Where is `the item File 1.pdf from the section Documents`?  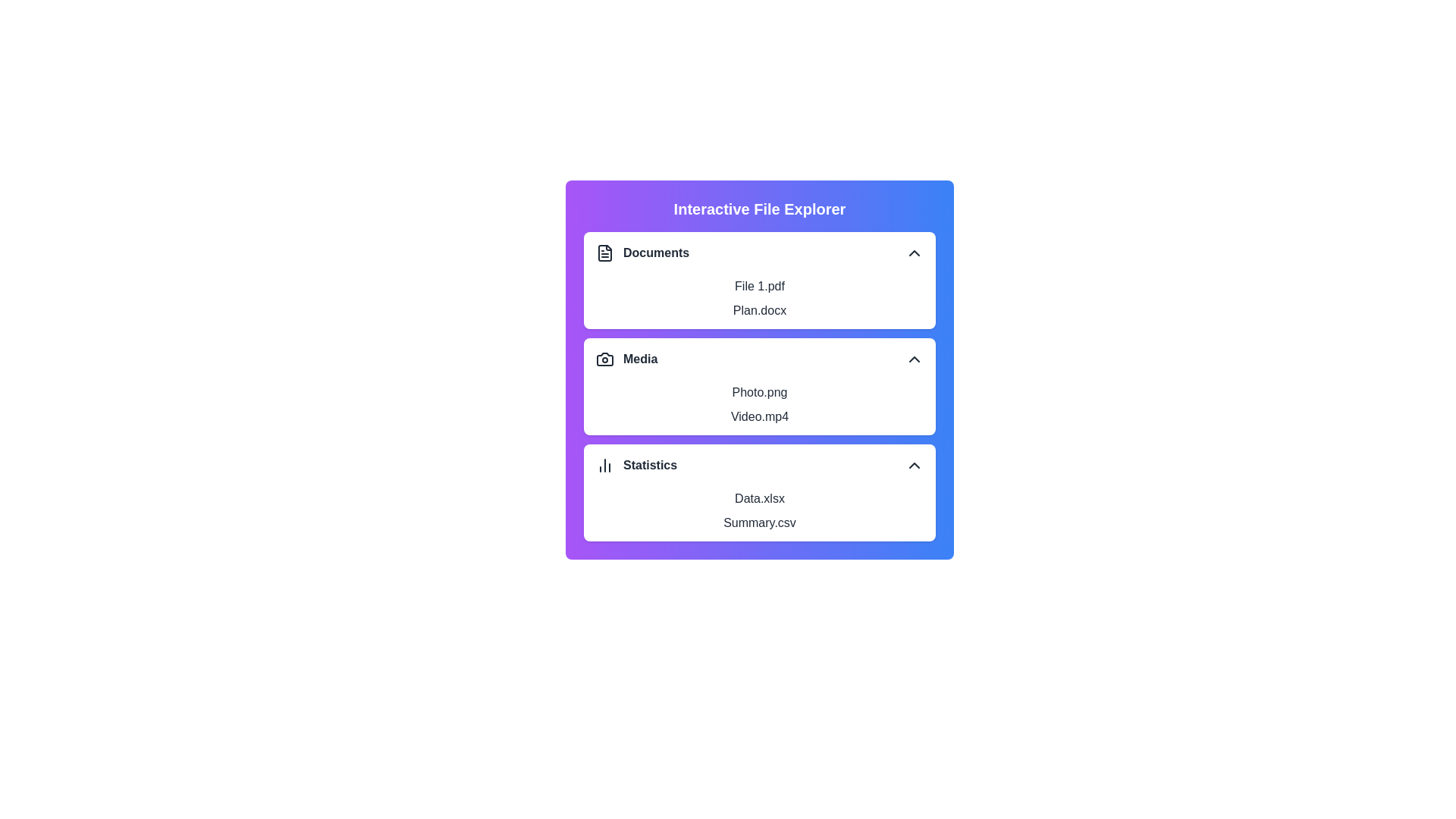
the item File 1.pdf from the section Documents is located at coordinates (760, 287).